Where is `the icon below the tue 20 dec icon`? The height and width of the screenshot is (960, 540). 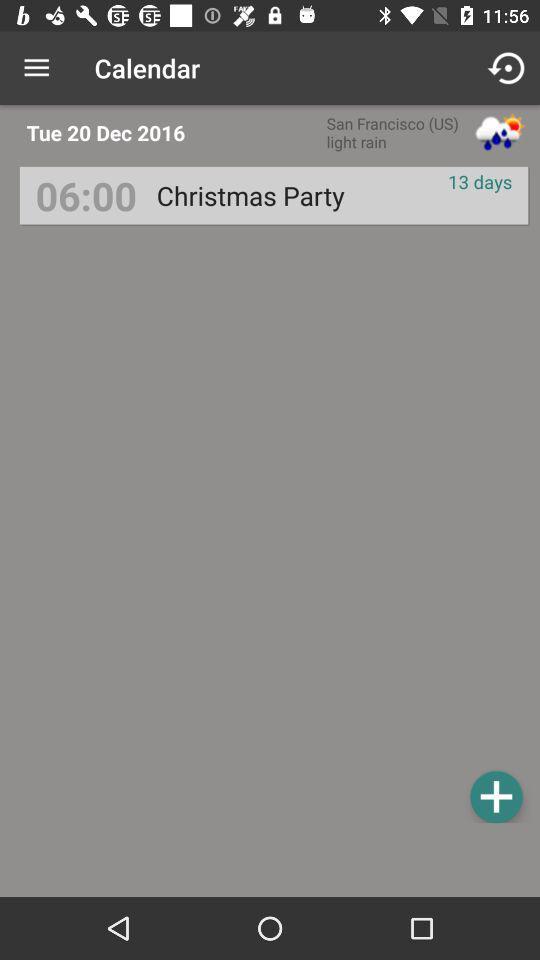 the icon below the tue 20 dec icon is located at coordinates (85, 195).